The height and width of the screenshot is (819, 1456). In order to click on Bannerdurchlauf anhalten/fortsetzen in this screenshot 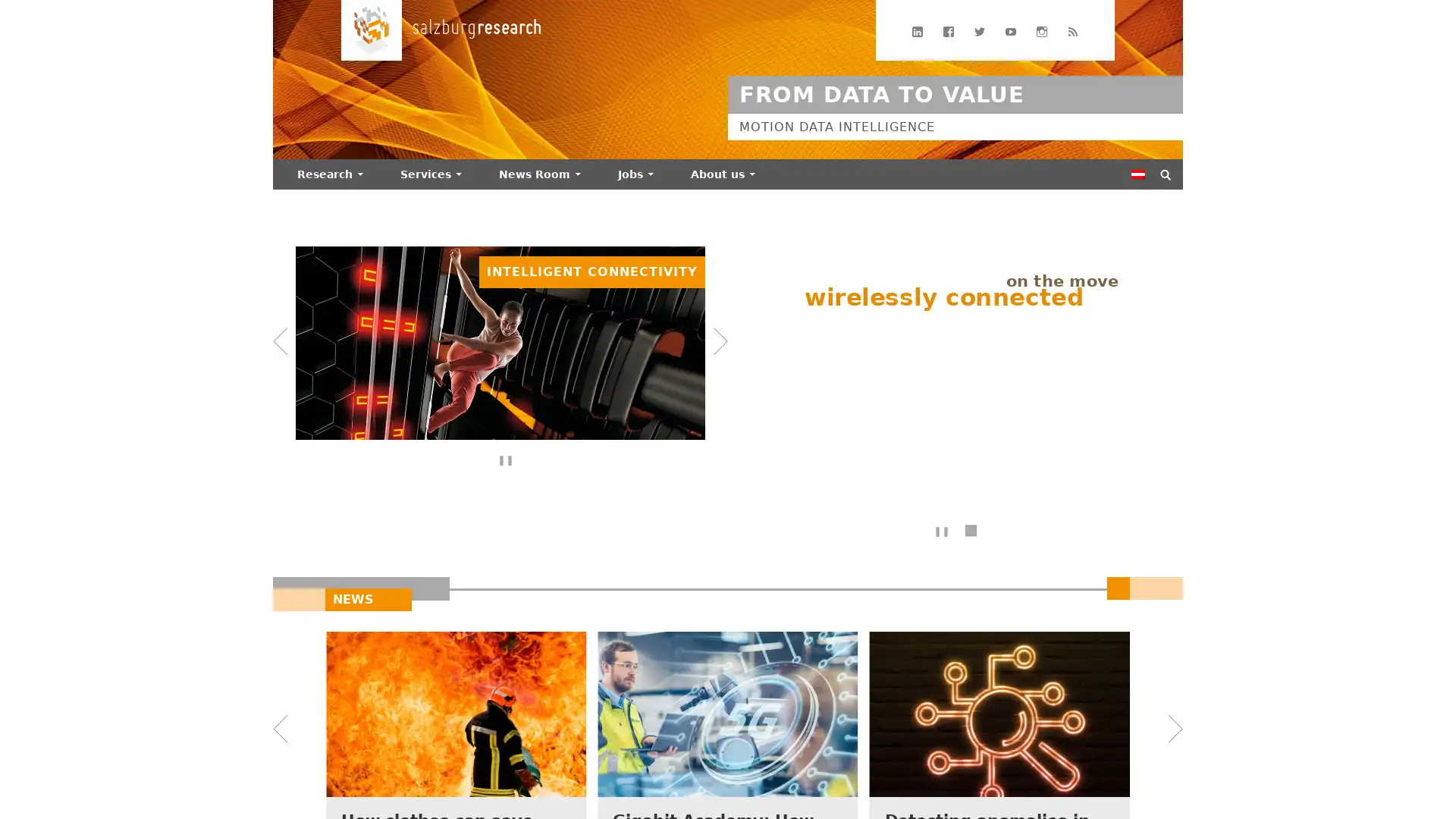, I will do `click(506, 458)`.